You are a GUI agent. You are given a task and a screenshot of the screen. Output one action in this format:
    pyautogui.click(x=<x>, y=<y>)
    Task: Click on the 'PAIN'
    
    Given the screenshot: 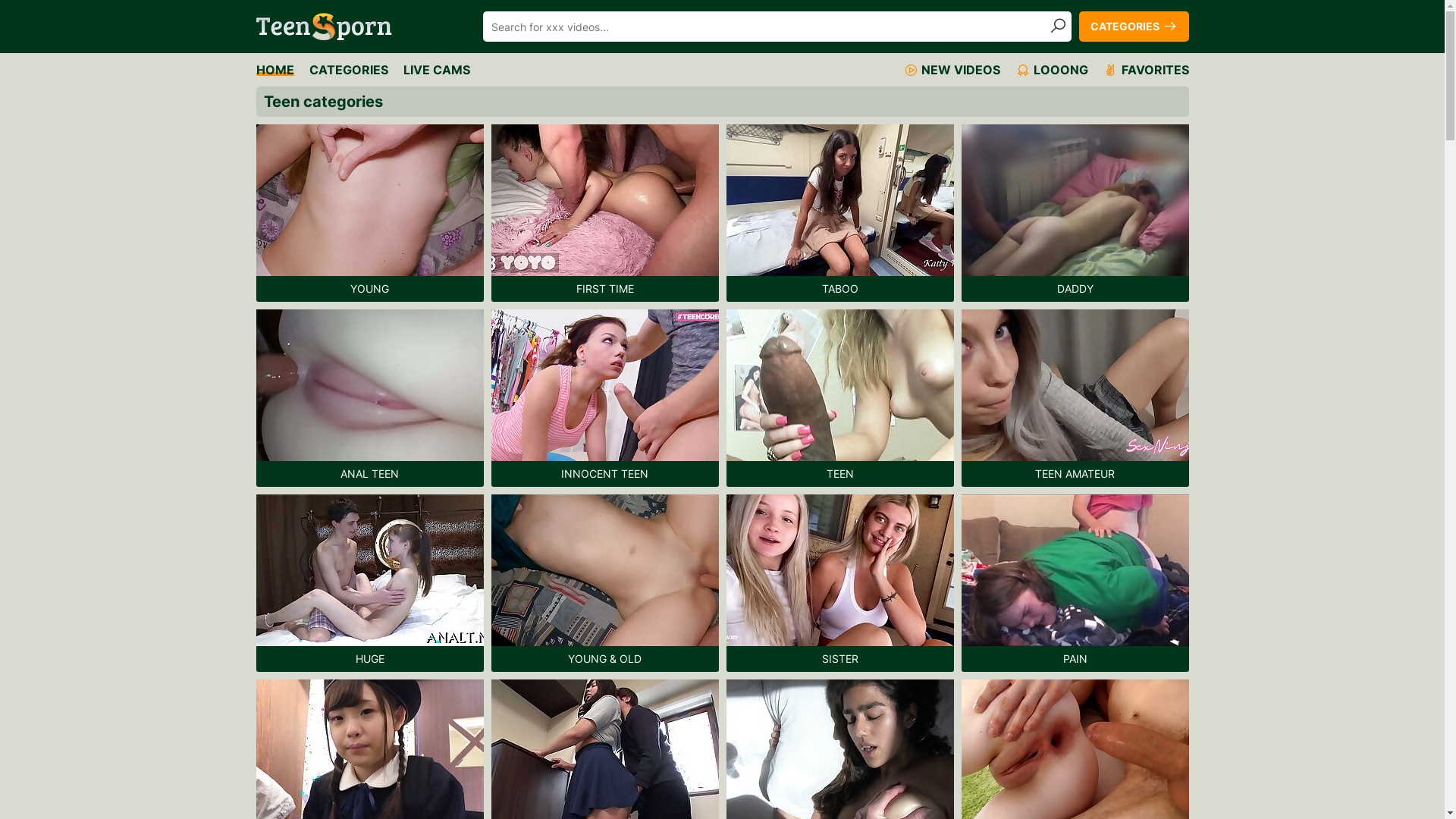 What is the action you would take?
    pyautogui.click(x=1074, y=582)
    